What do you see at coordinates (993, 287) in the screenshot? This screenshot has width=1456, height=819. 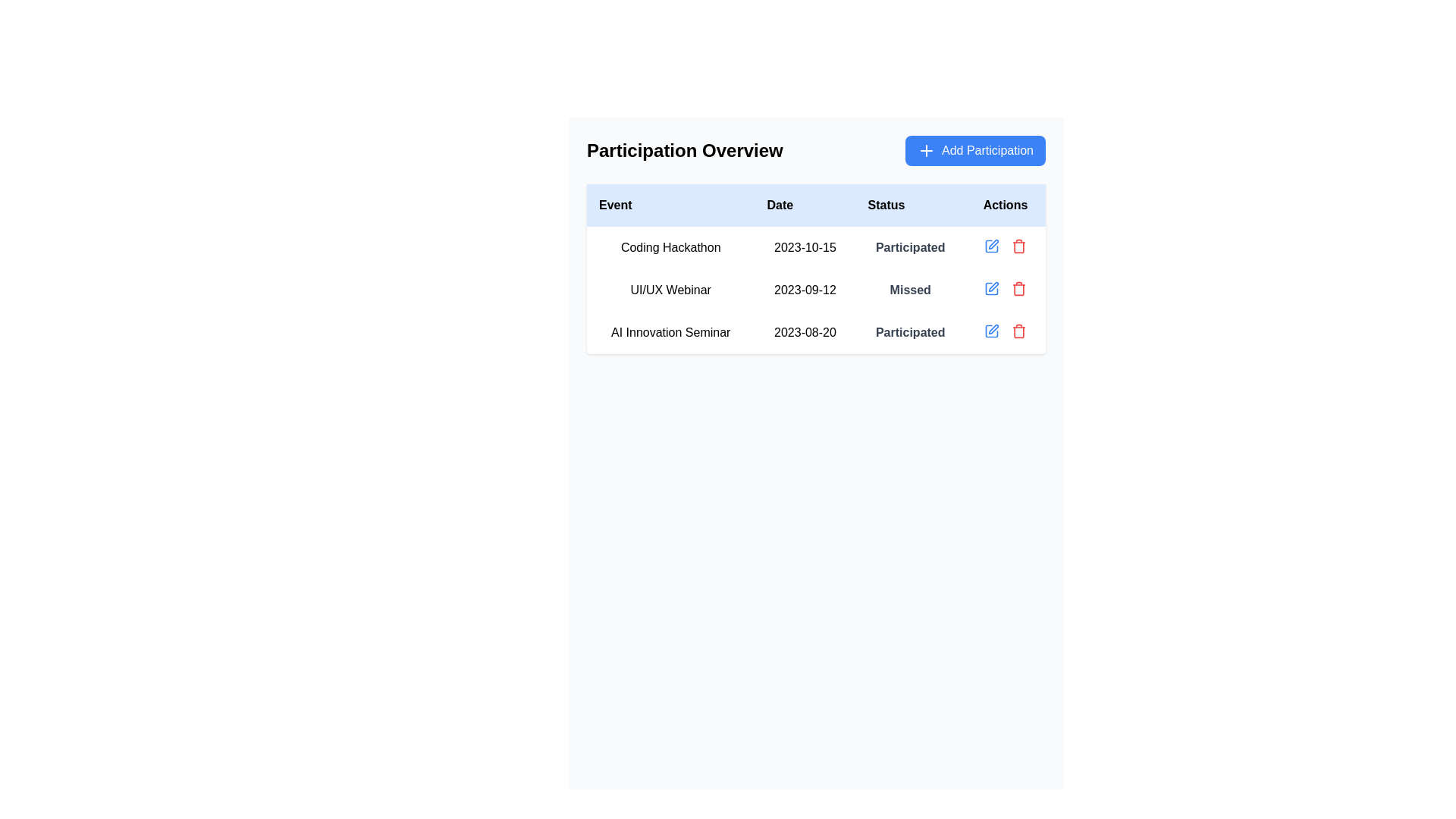 I see `the pen icon, which is a small blue graphical component located in the 'Actions' column of the second row of the table` at bounding box center [993, 287].